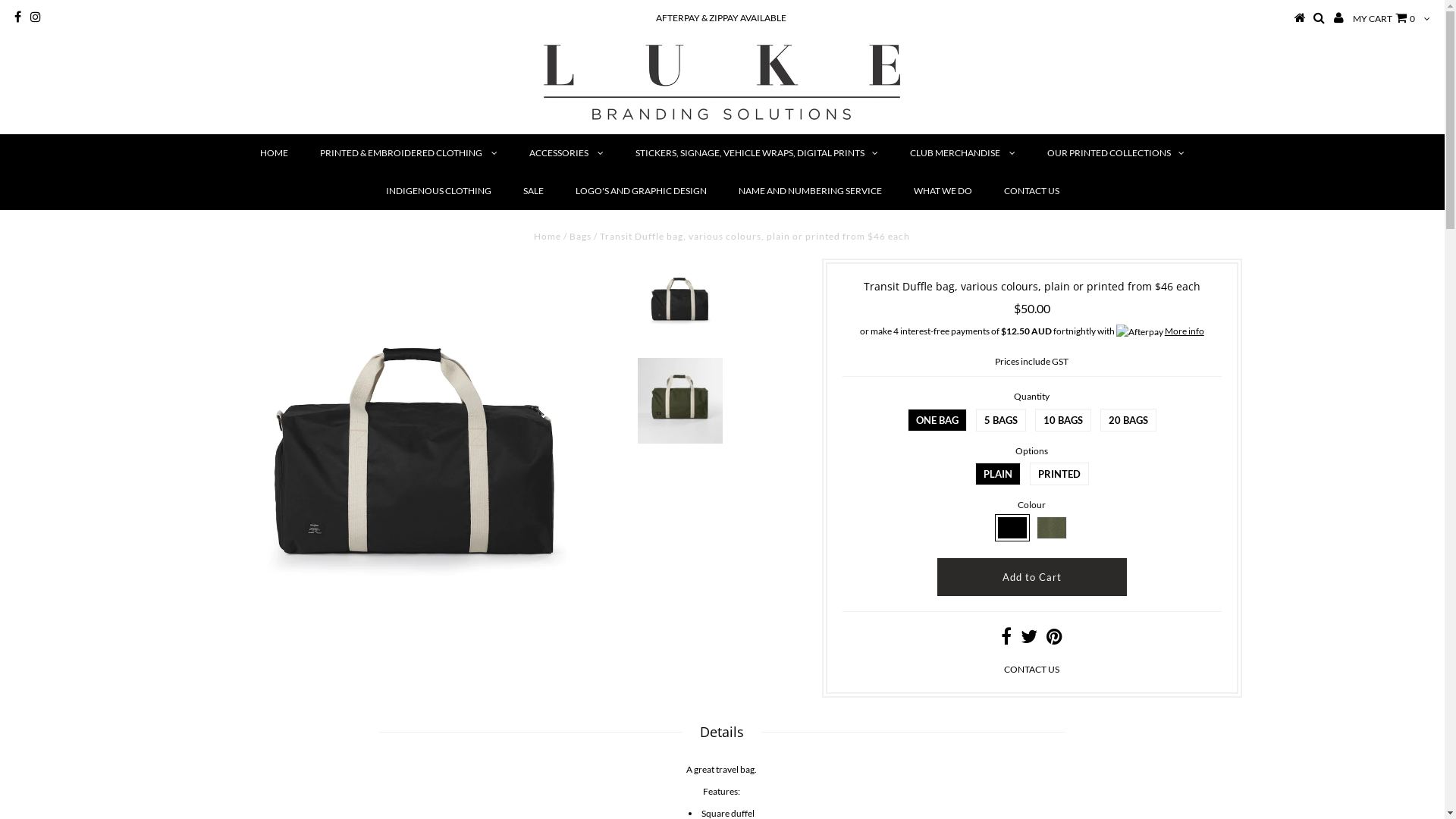  Describe the element at coordinates (937, 576) in the screenshot. I see `'Add to Cart'` at that location.